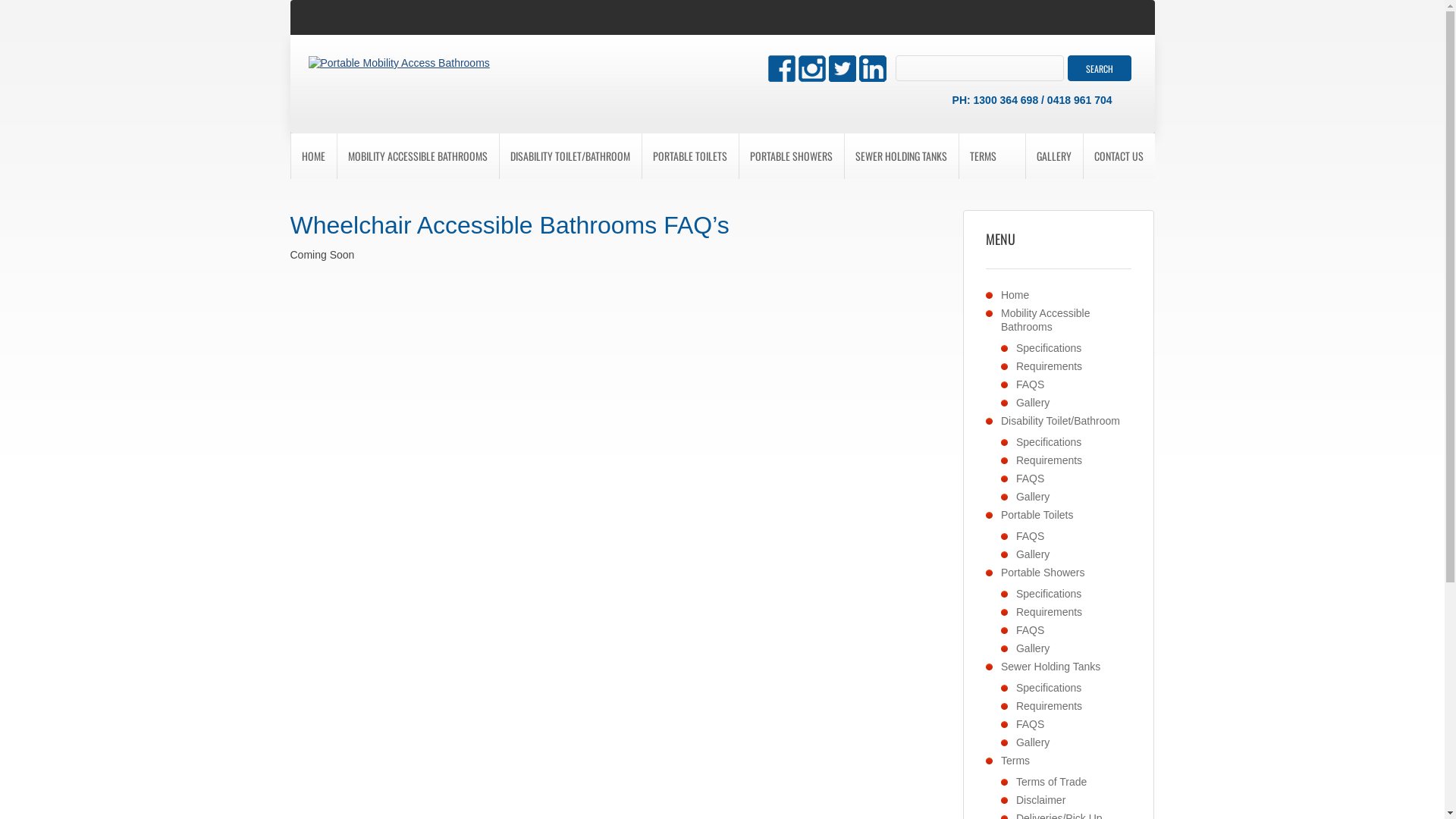  I want to click on 'SEWER HOLDING TANKS', so click(900, 155).